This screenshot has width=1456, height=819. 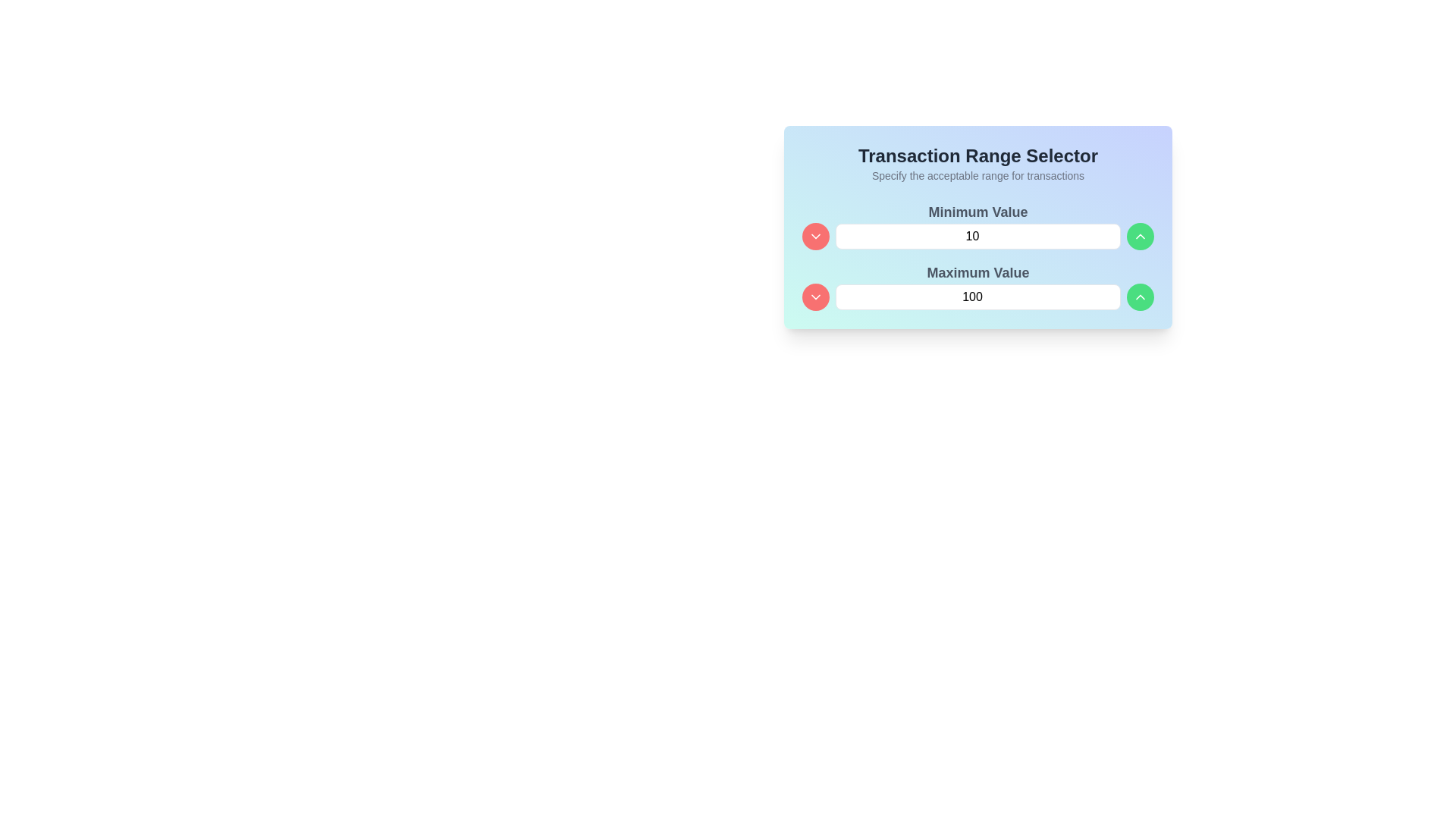 What do you see at coordinates (1140, 297) in the screenshot?
I see `the upward-pointing chevron icon inside the green circular button to increase the value` at bounding box center [1140, 297].